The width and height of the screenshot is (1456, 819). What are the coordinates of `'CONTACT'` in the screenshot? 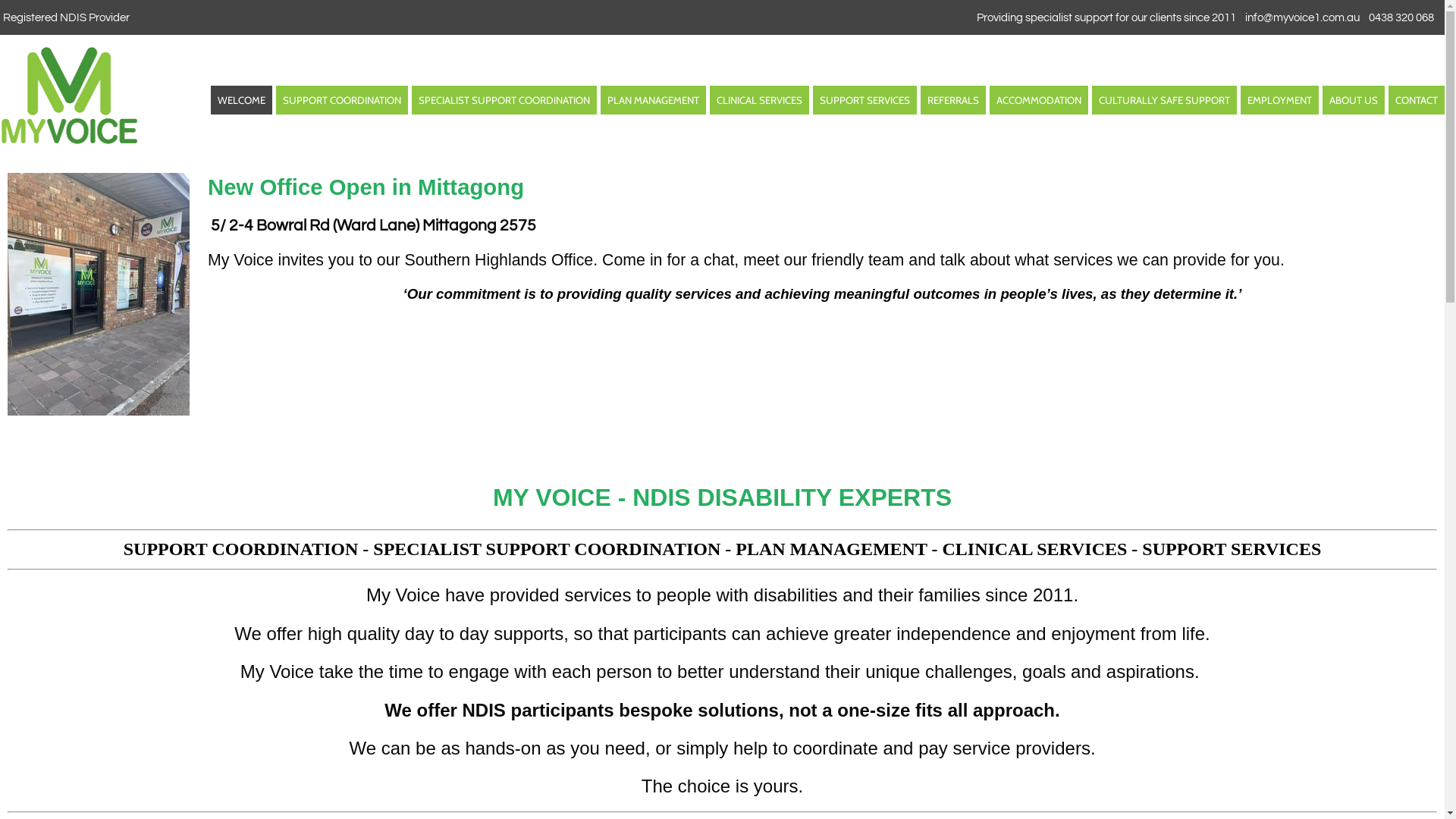 It's located at (1388, 100).